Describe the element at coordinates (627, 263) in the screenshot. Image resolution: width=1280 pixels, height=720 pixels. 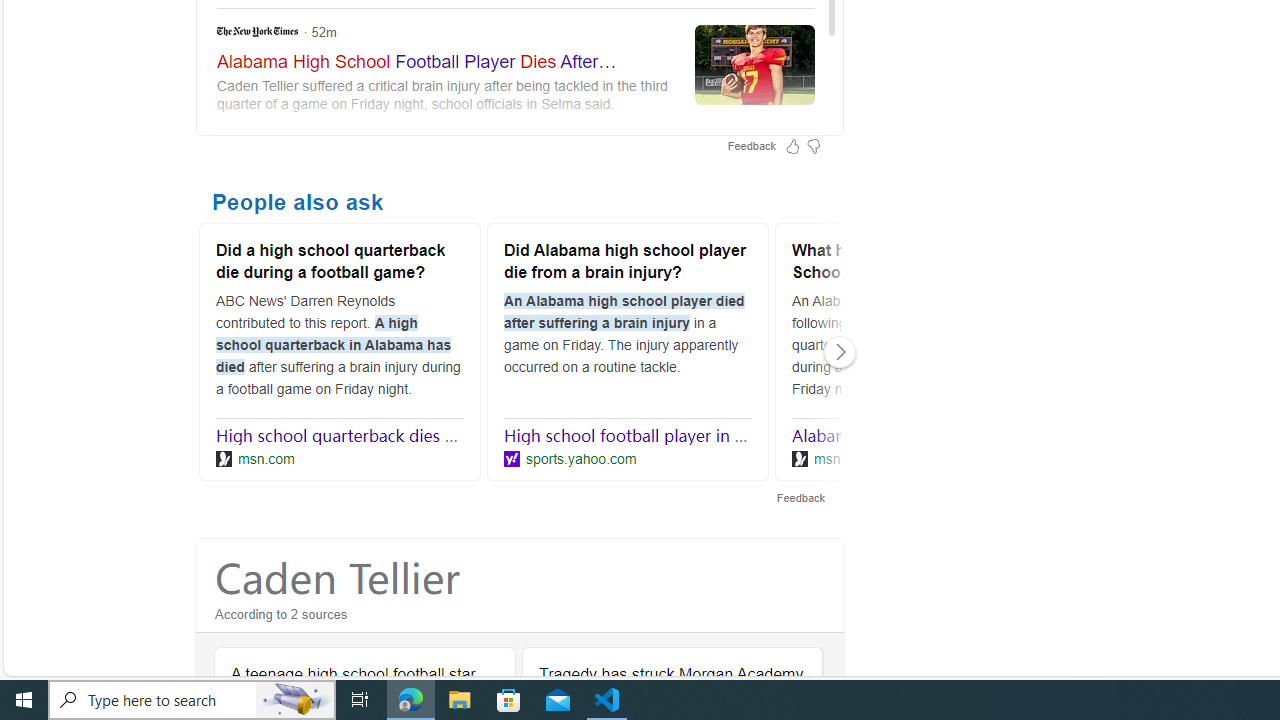
I see `'Did Alabama high school player die from a brain injury?'` at that location.